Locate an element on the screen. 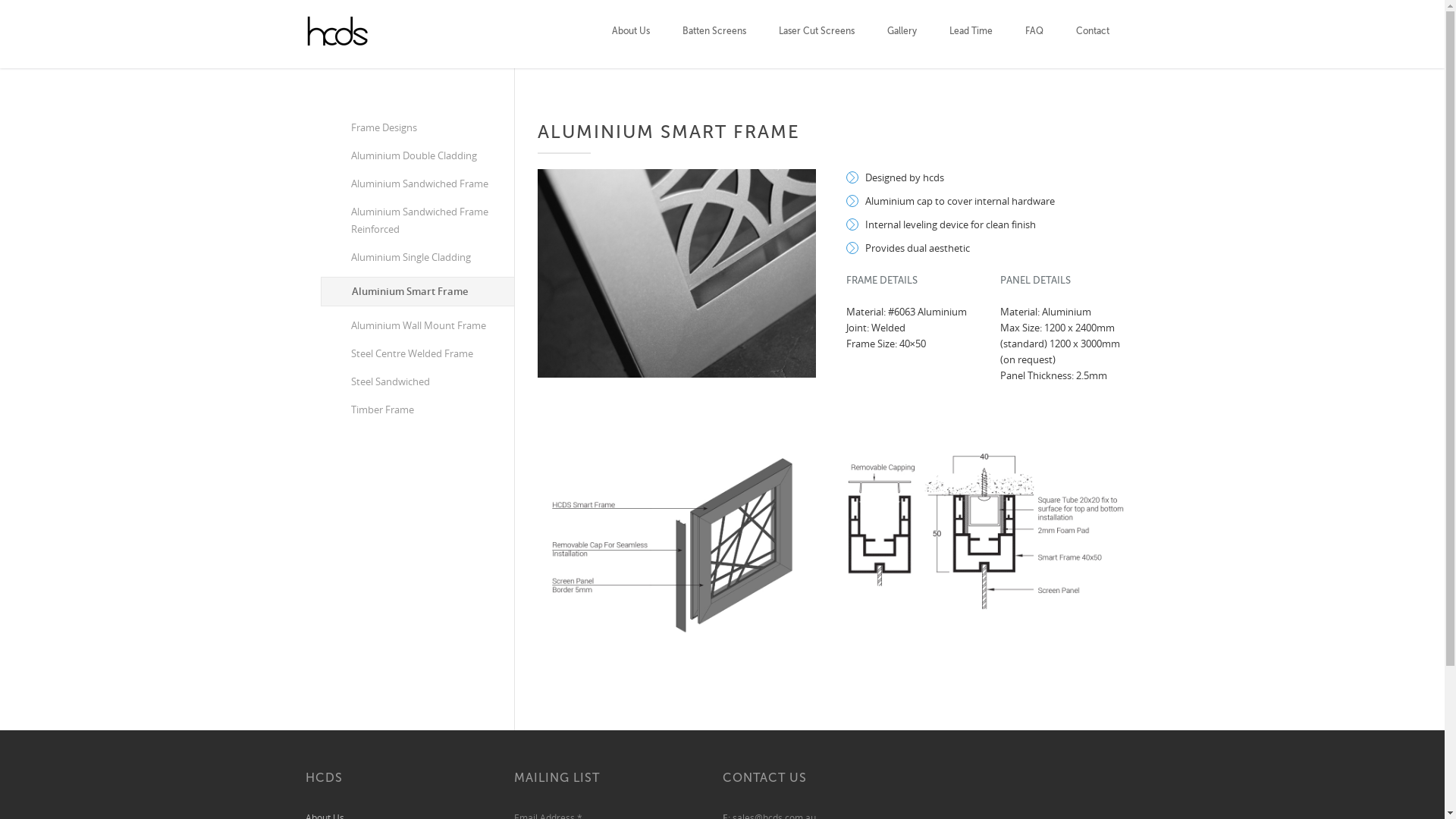 The image size is (1456, 819). 'Aluminium Smart Frame' is located at coordinates (319, 291).